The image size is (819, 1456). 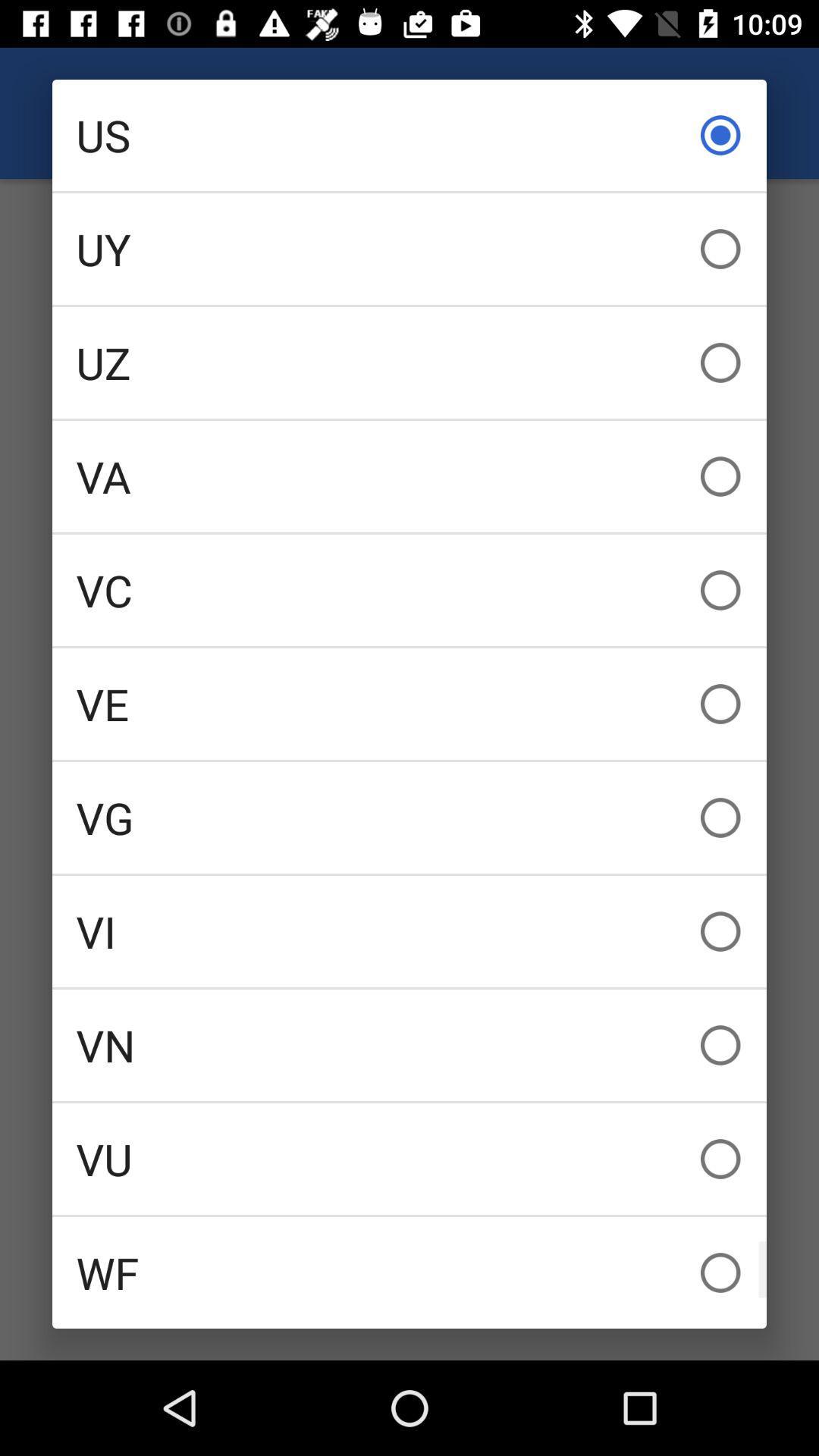 I want to click on the item above wf item, so click(x=409, y=1158).